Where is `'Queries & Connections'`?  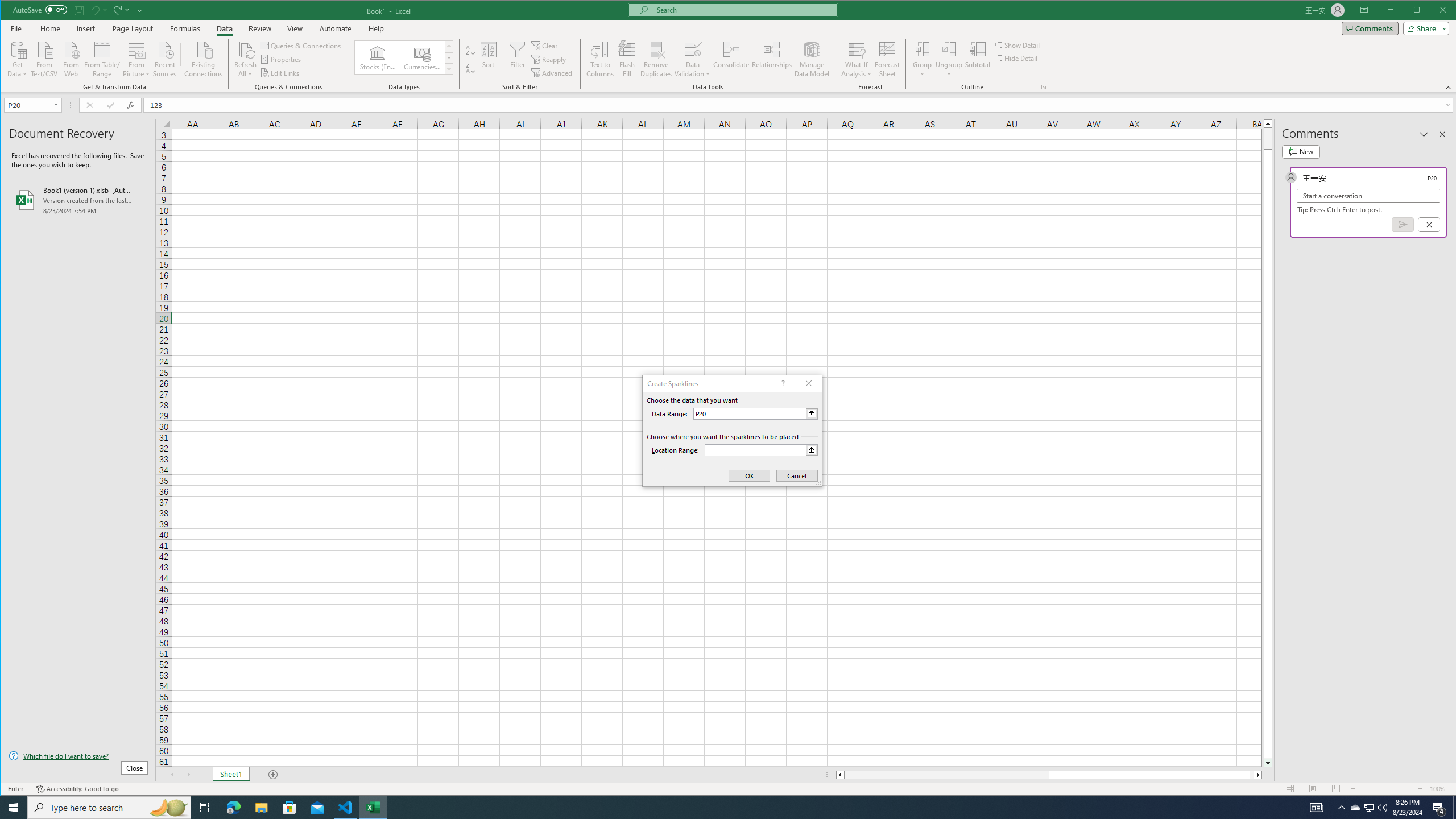
'Queries & Connections' is located at coordinates (301, 45).